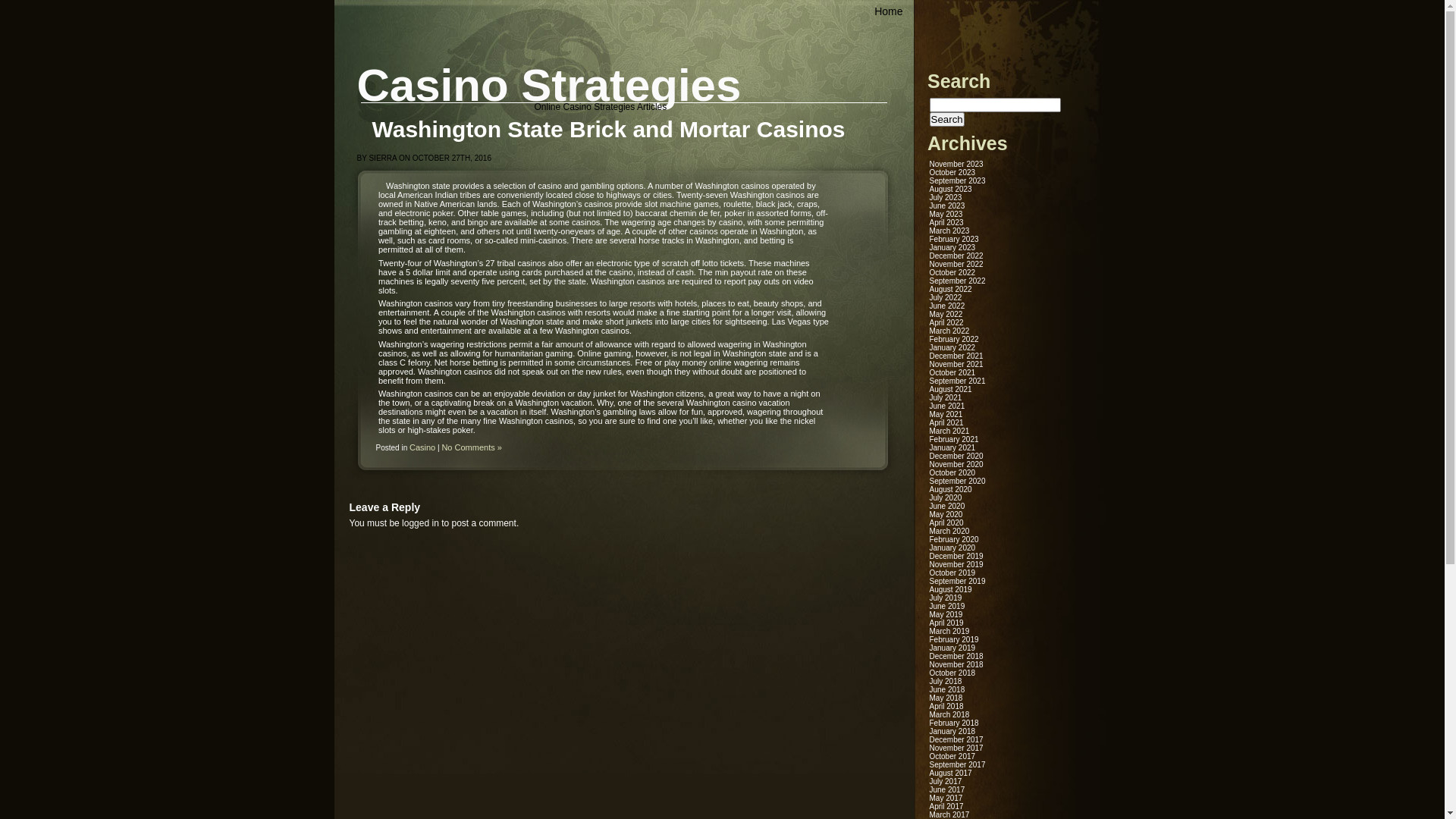  Describe the element at coordinates (952, 730) in the screenshot. I see `'January 2018'` at that location.